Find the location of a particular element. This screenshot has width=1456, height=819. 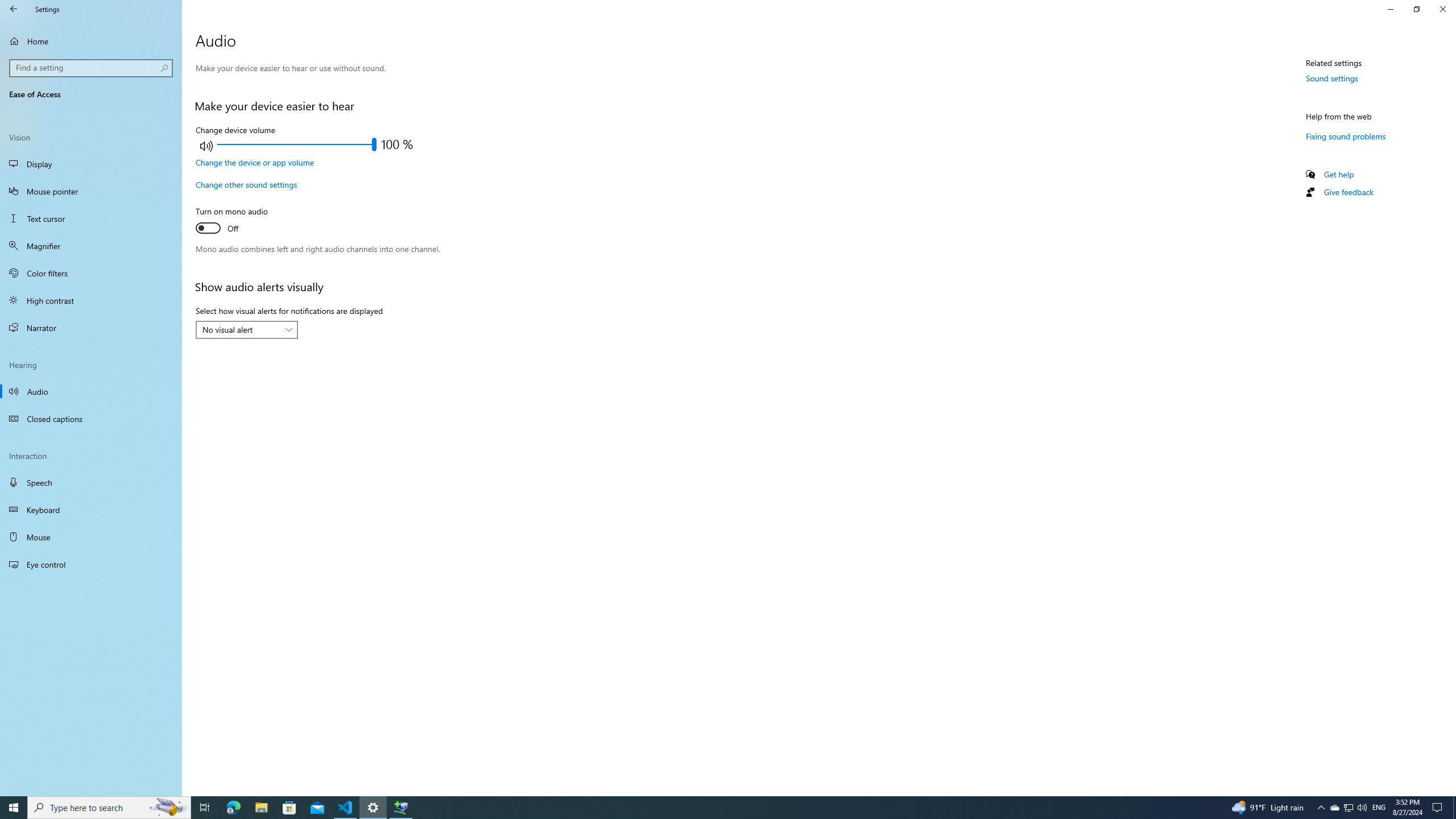

'Fixing sound problems' is located at coordinates (1345, 135).